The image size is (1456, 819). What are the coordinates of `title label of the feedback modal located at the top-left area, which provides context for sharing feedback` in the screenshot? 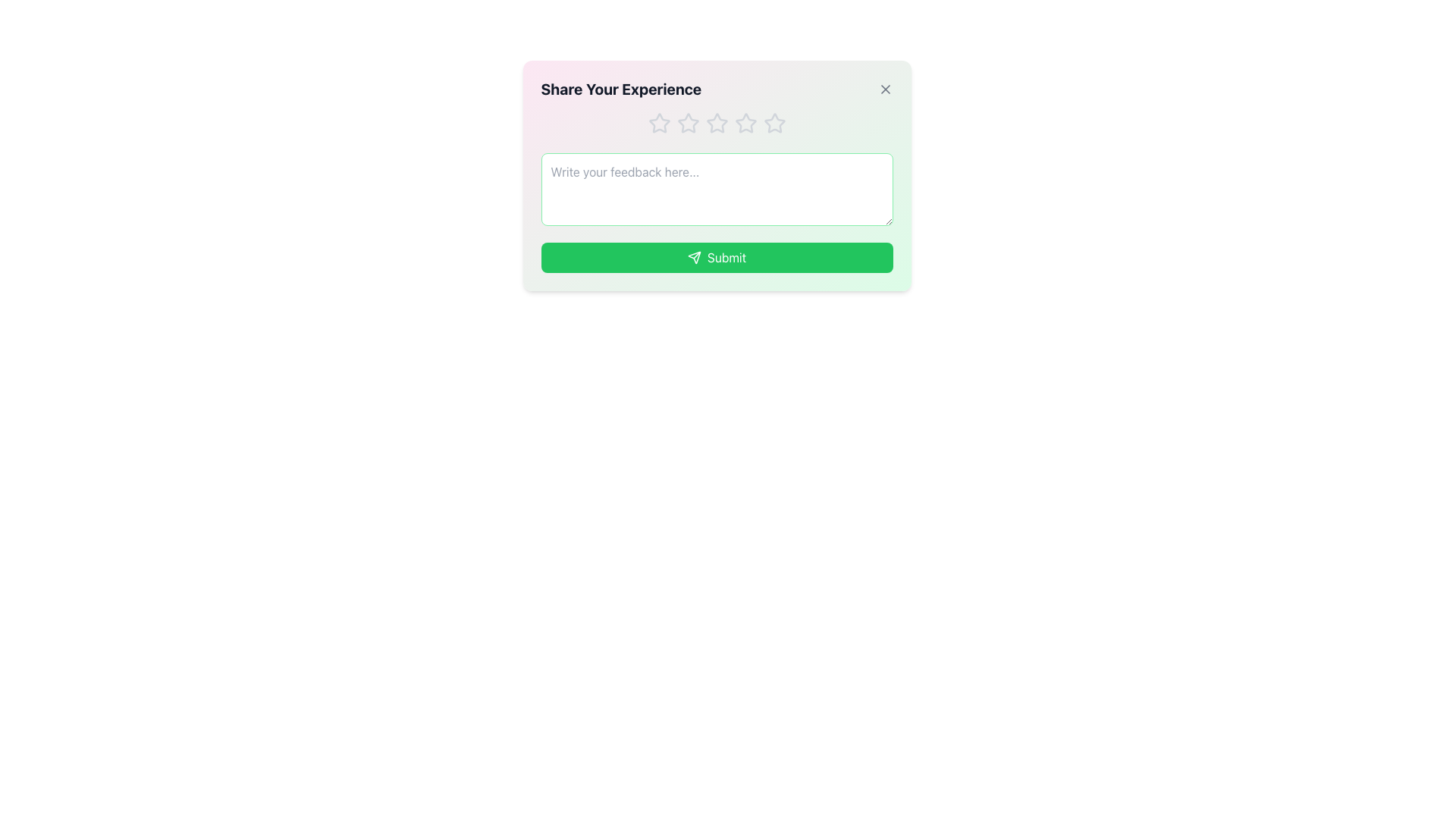 It's located at (621, 89).